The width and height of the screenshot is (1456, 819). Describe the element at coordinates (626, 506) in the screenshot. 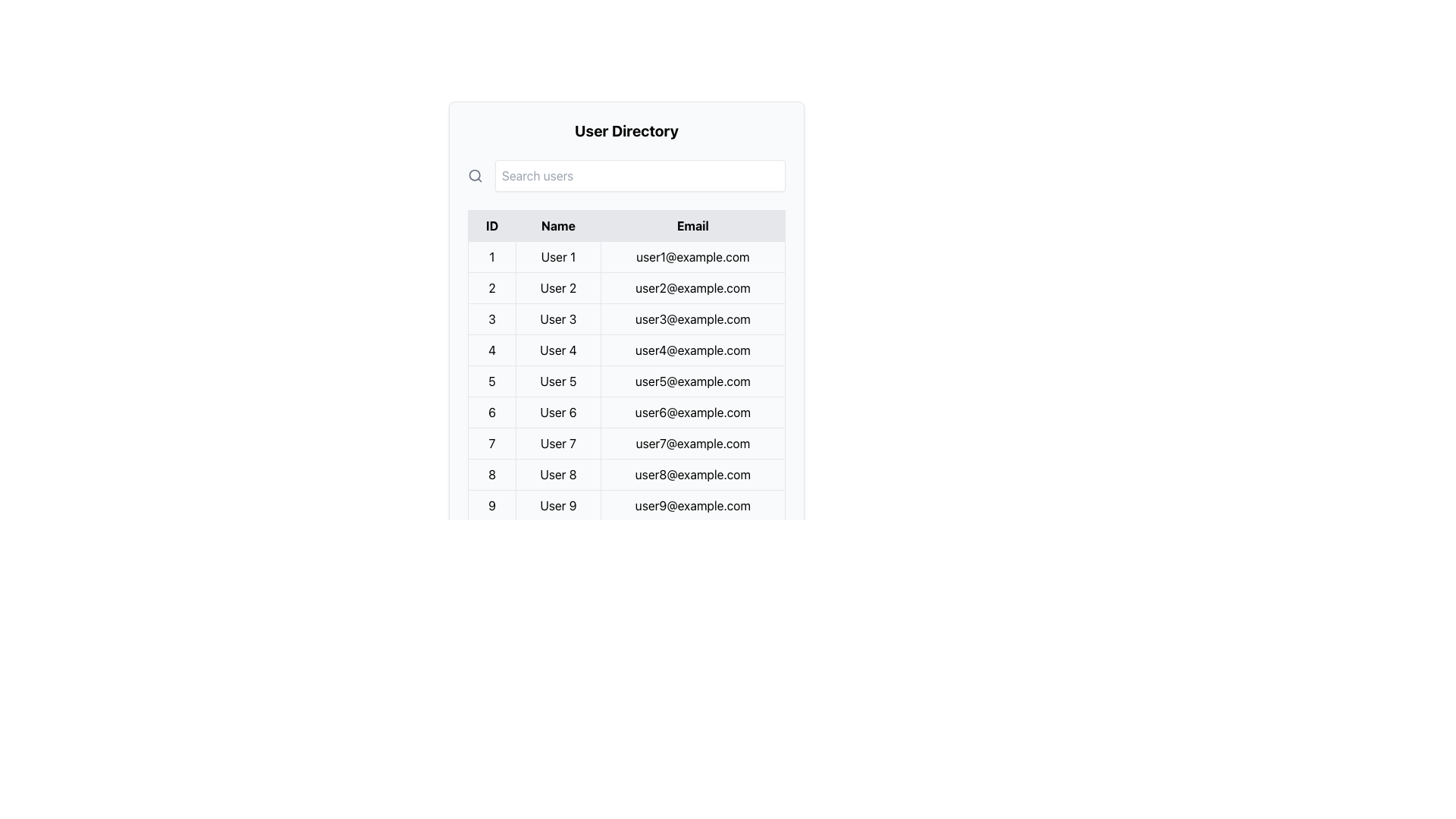

I see `the tabular row presenting information for 'User 9', which includes their ID, name, and email address` at that location.